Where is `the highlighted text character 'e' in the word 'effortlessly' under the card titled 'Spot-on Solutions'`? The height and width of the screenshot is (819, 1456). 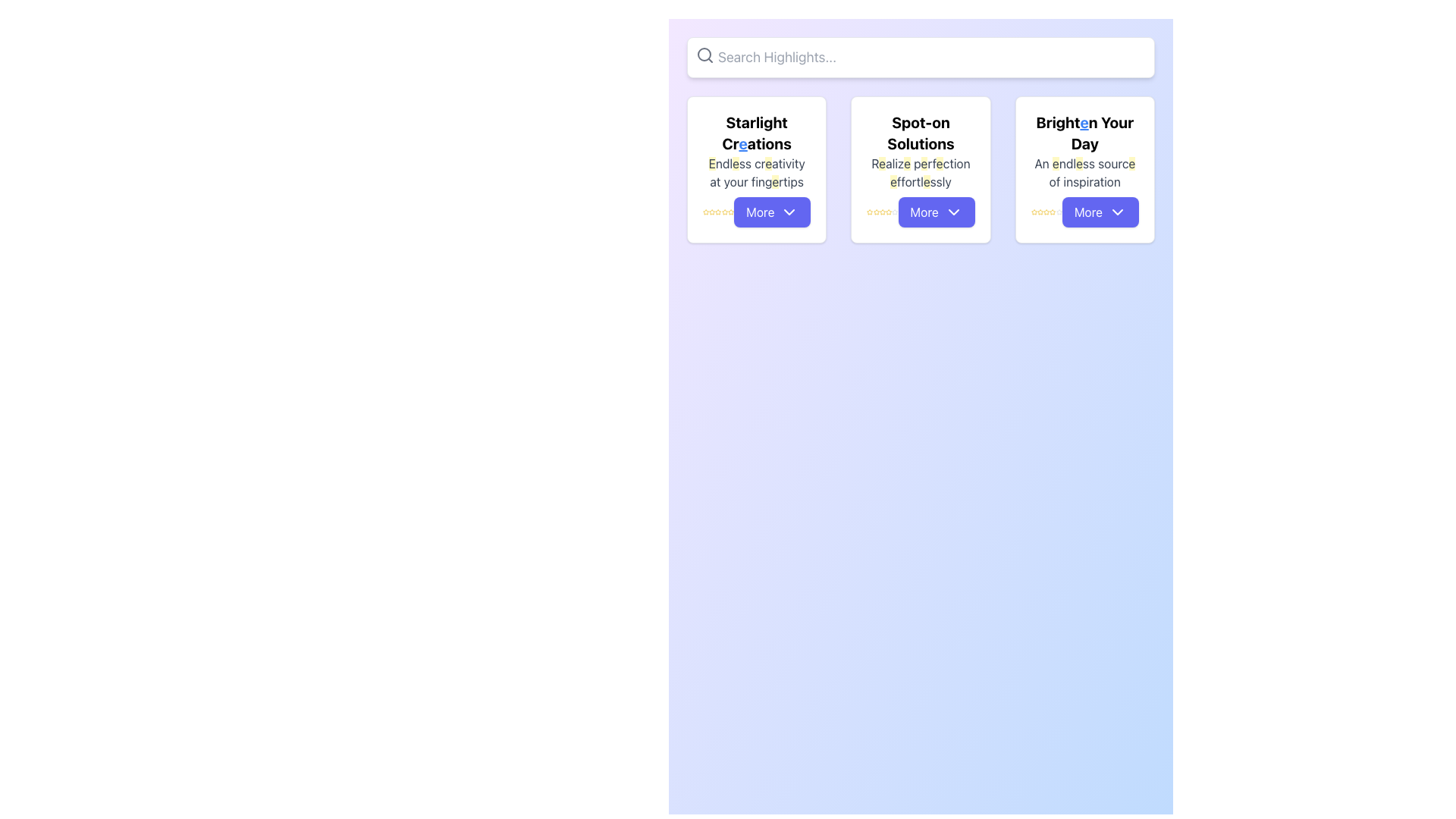
the highlighted text character 'e' in the word 'effortlessly' under the card titled 'Spot-on Solutions' is located at coordinates (926, 180).